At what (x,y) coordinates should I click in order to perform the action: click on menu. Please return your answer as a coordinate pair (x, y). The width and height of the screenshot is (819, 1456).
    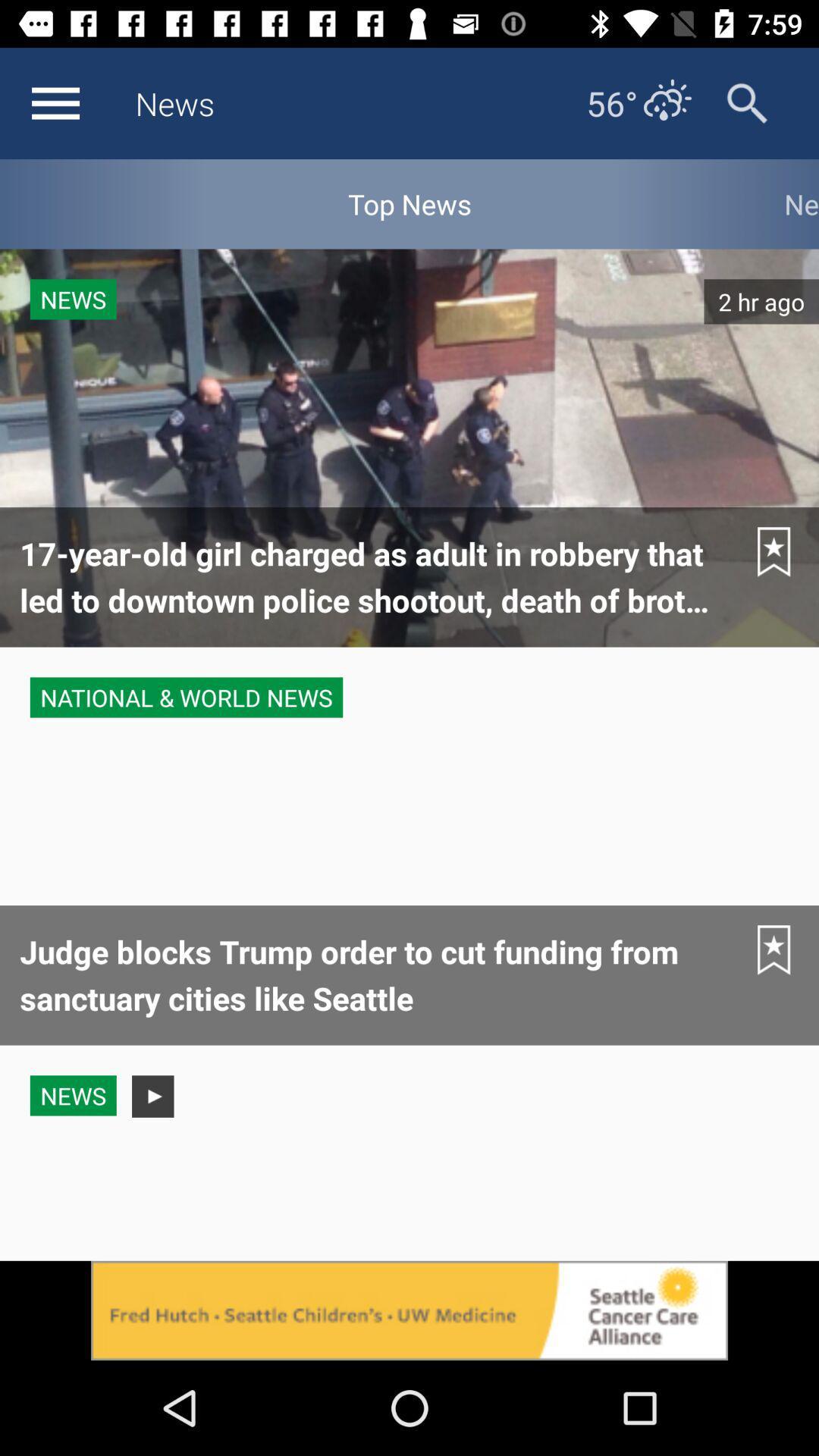
    Looking at the image, I should click on (55, 102).